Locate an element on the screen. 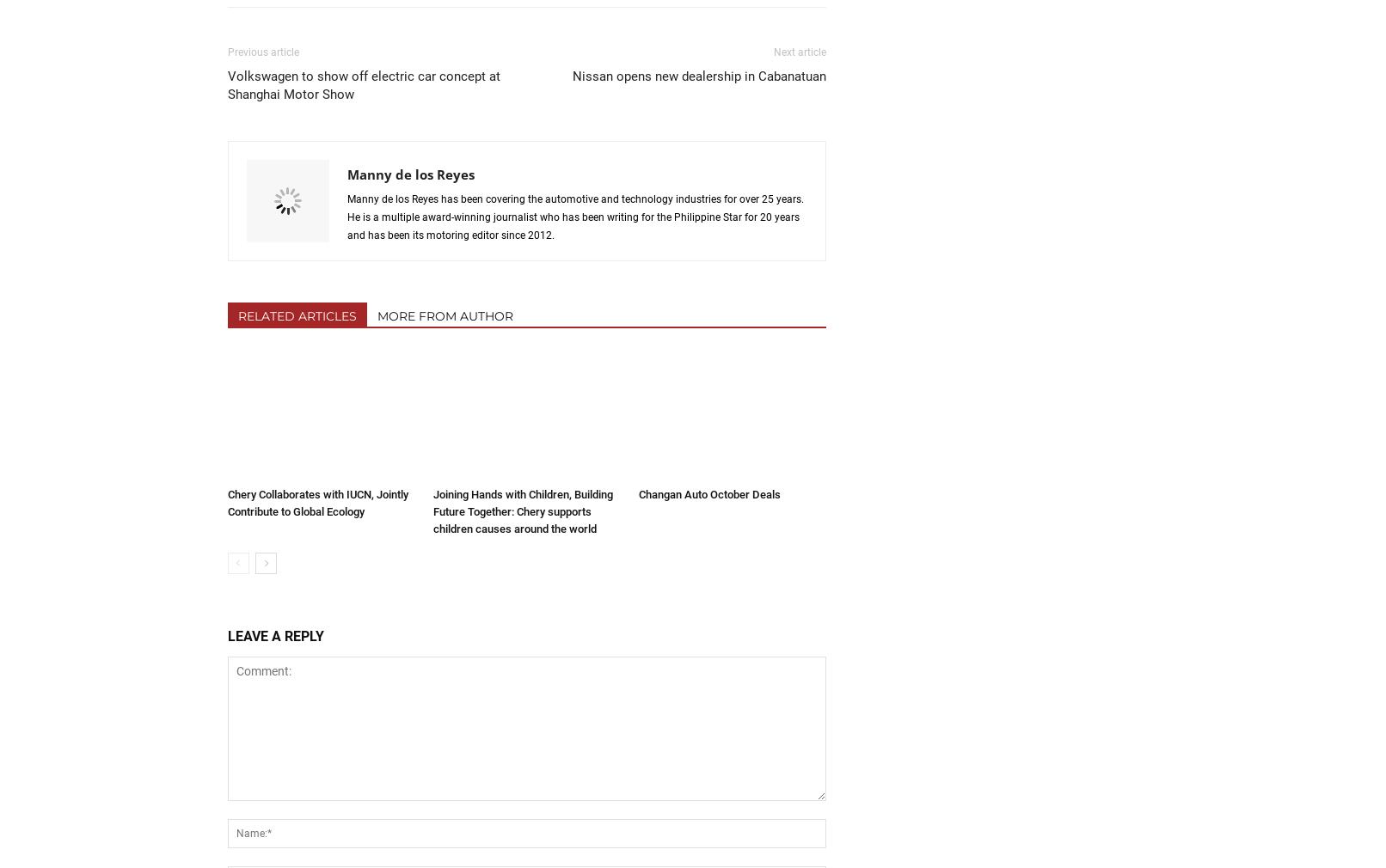  'Next article' is located at coordinates (798, 50).